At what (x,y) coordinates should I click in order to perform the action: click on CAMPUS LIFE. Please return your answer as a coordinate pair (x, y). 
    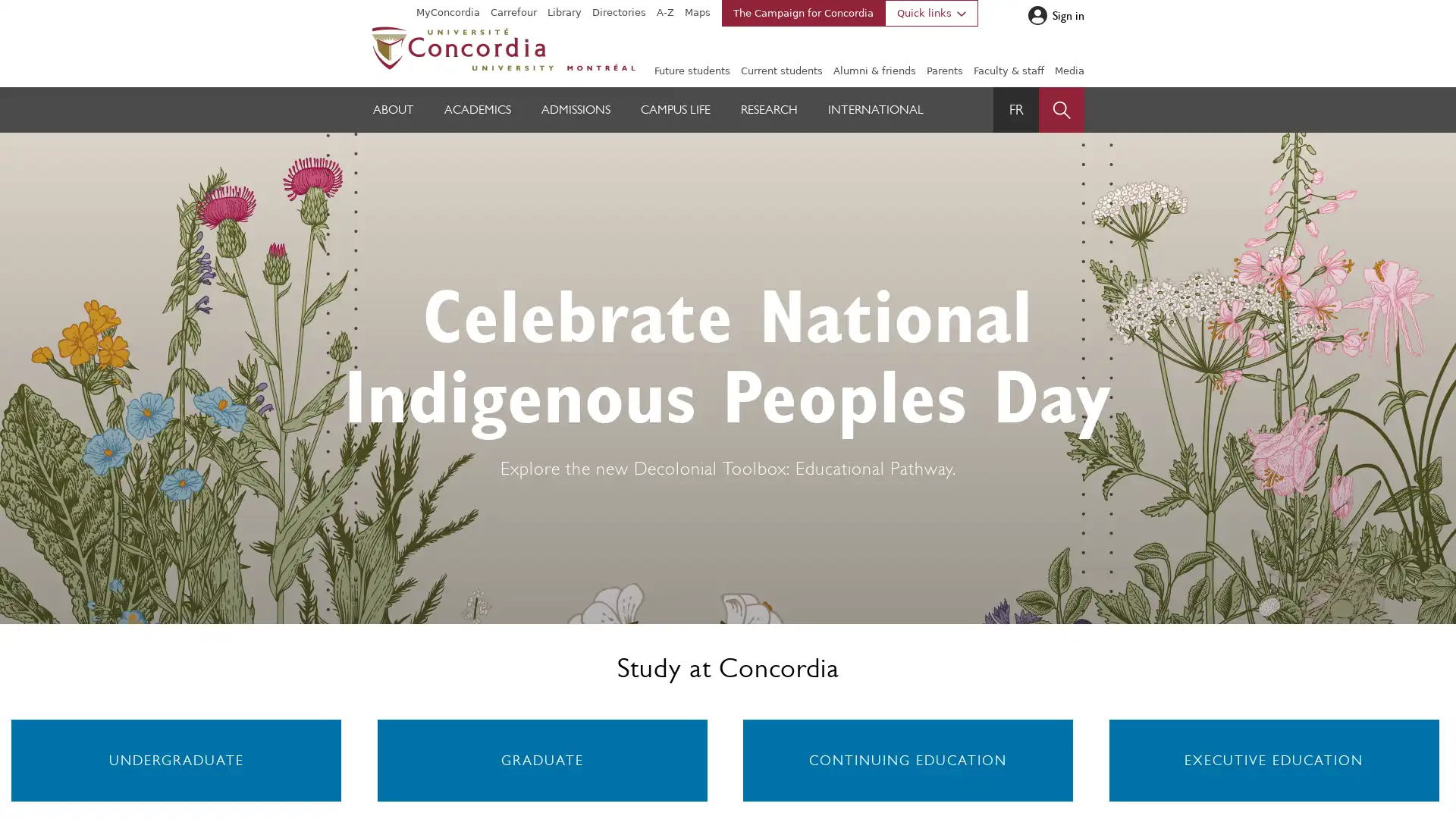
    Looking at the image, I should click on (675, 109).